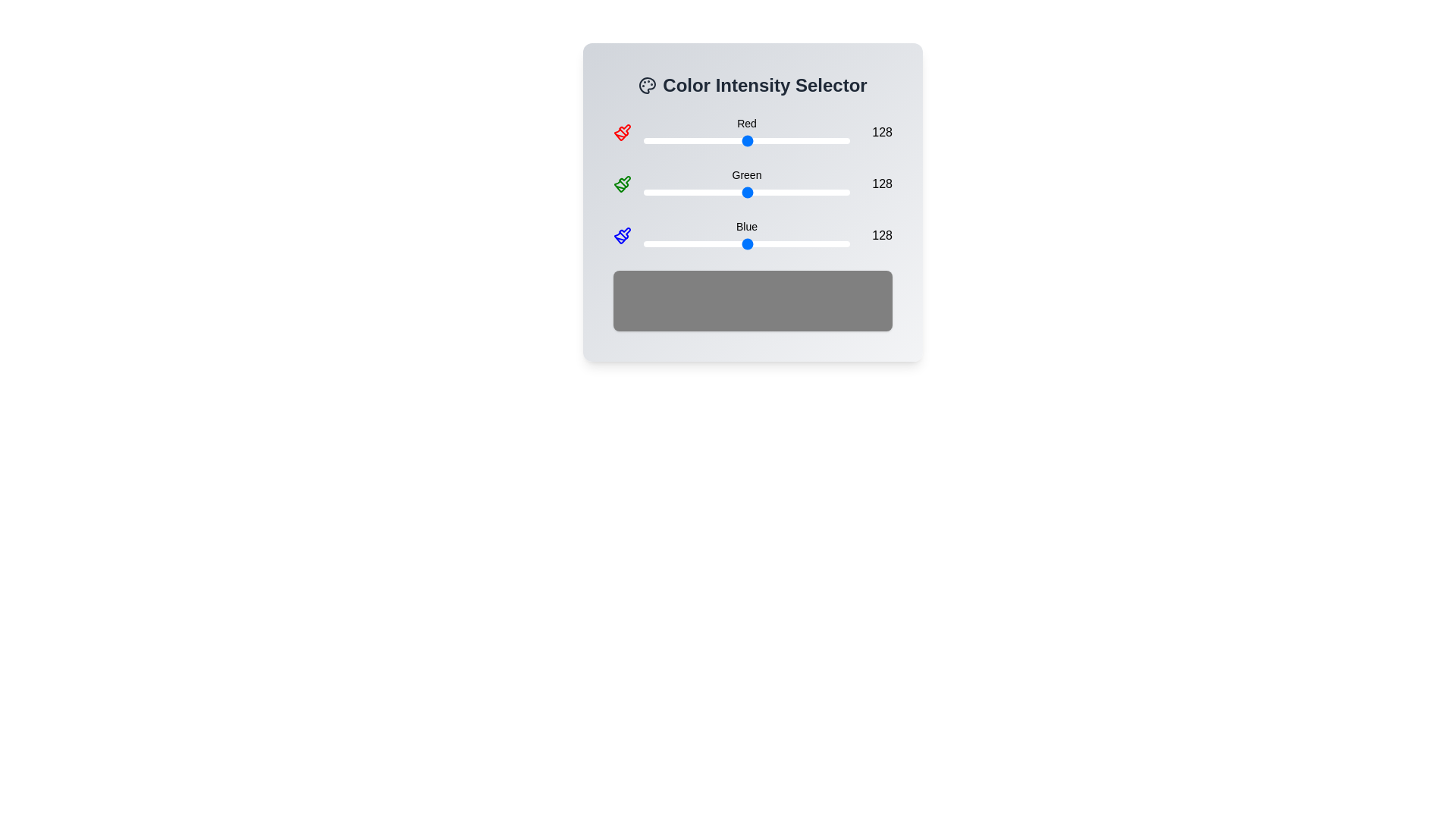  Describe the element at coordinates (808, 192) in the screenshot. I see `the green color intensity` at that location.